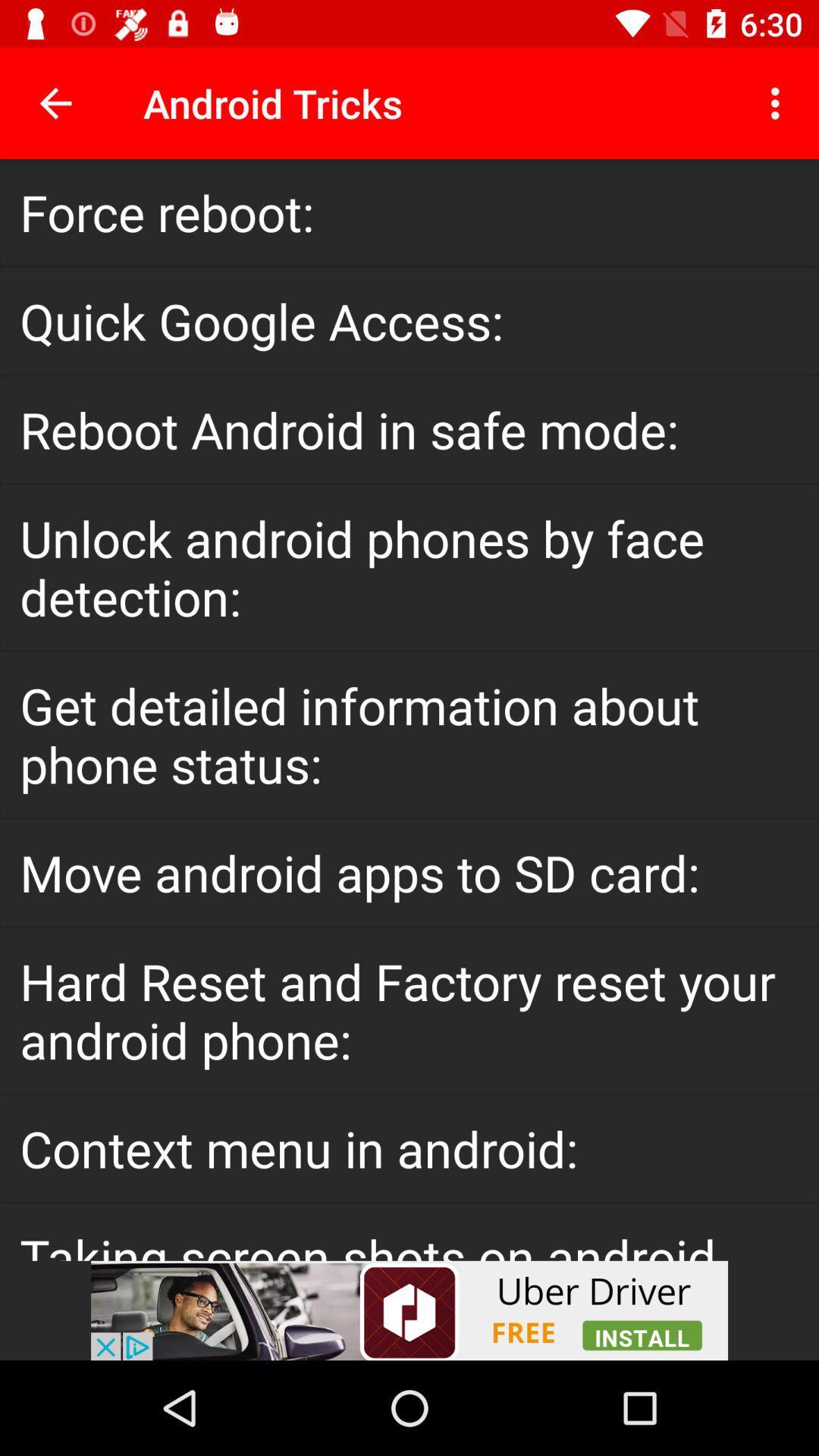  Describe the element at coordinates (409, 1310) in the screenshot. I see `launch advertisement` at that location.